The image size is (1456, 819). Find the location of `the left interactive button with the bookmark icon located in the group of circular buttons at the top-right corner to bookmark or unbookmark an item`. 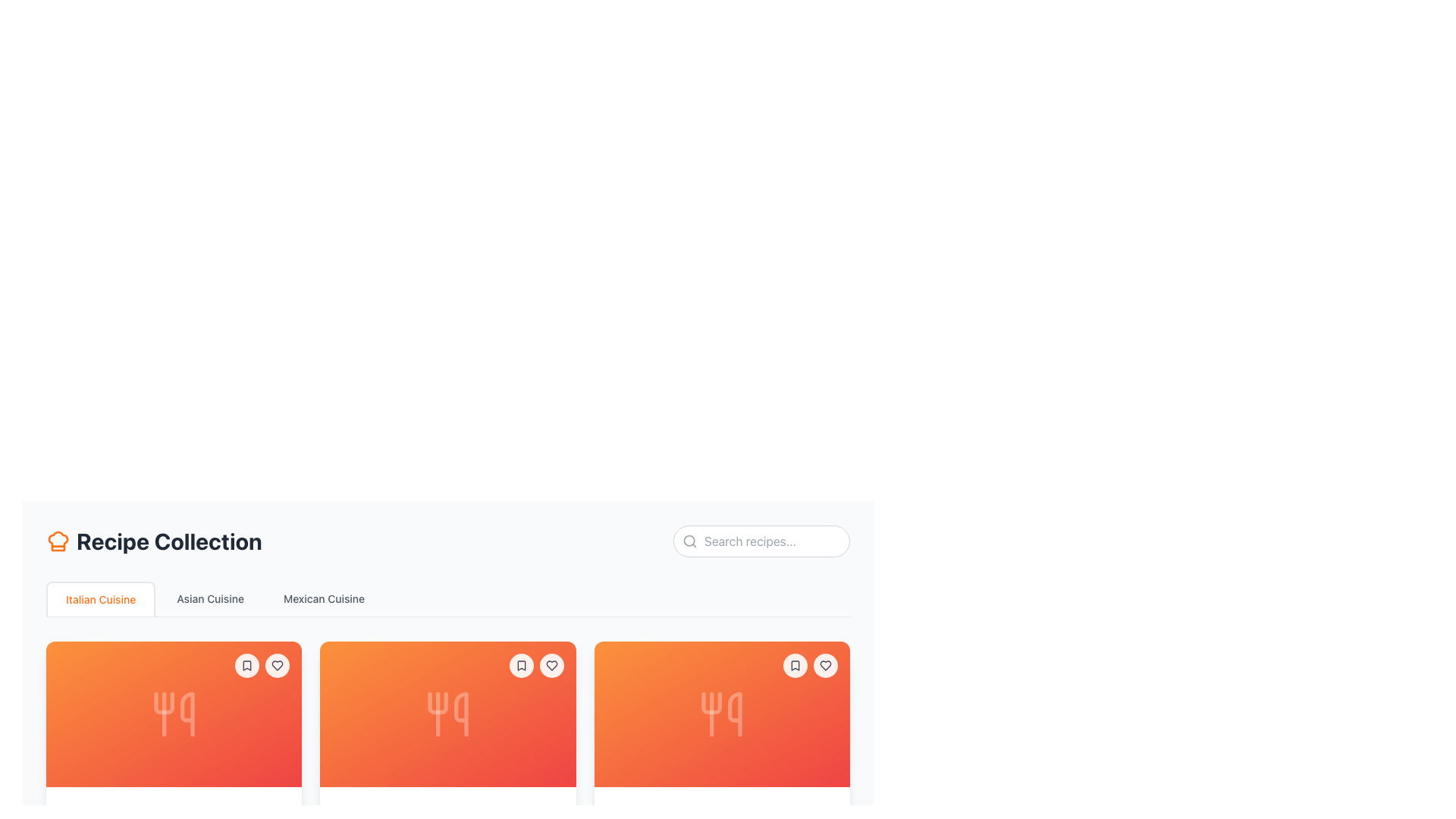

the left interactive button with the bookmark icon located in the group of circular buttons at the top-right corner to bookmark or unbookmark an item is located at coordinates (536, 665).